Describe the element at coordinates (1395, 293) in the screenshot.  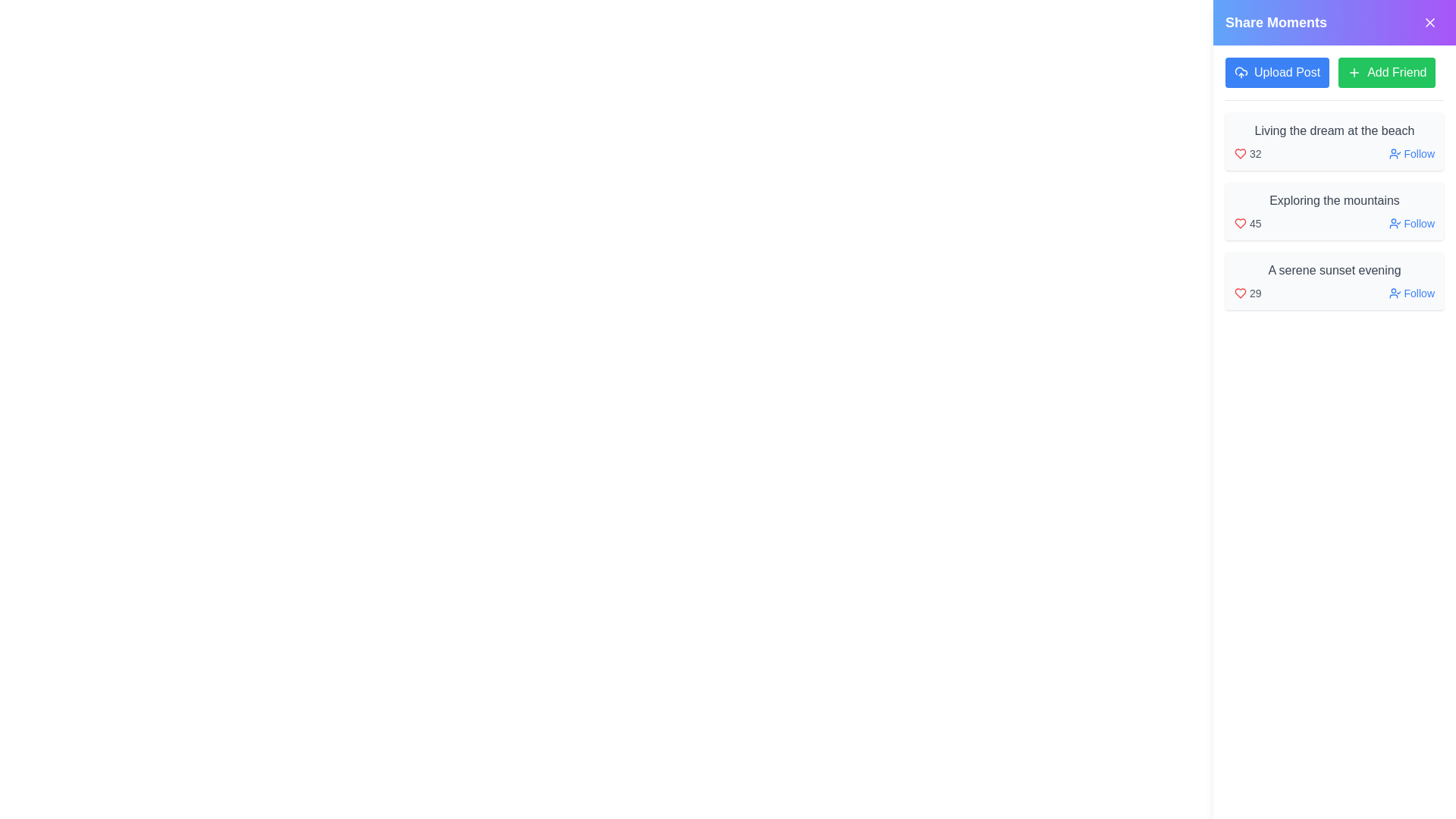
I see `the user with a checkmark icon located to the left of the 'Follow' text in the third 'Follow' button from the top in the sidebar's right section` at that location.